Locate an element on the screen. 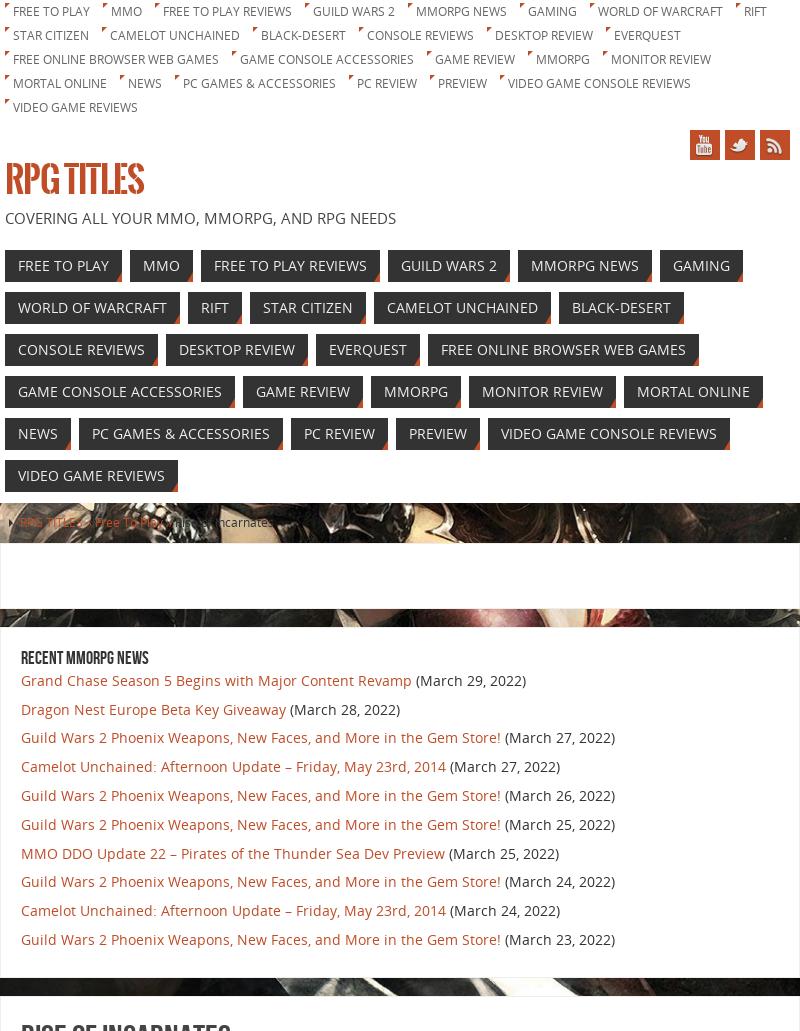  'Gaming' is located at coordinates (552, 11).